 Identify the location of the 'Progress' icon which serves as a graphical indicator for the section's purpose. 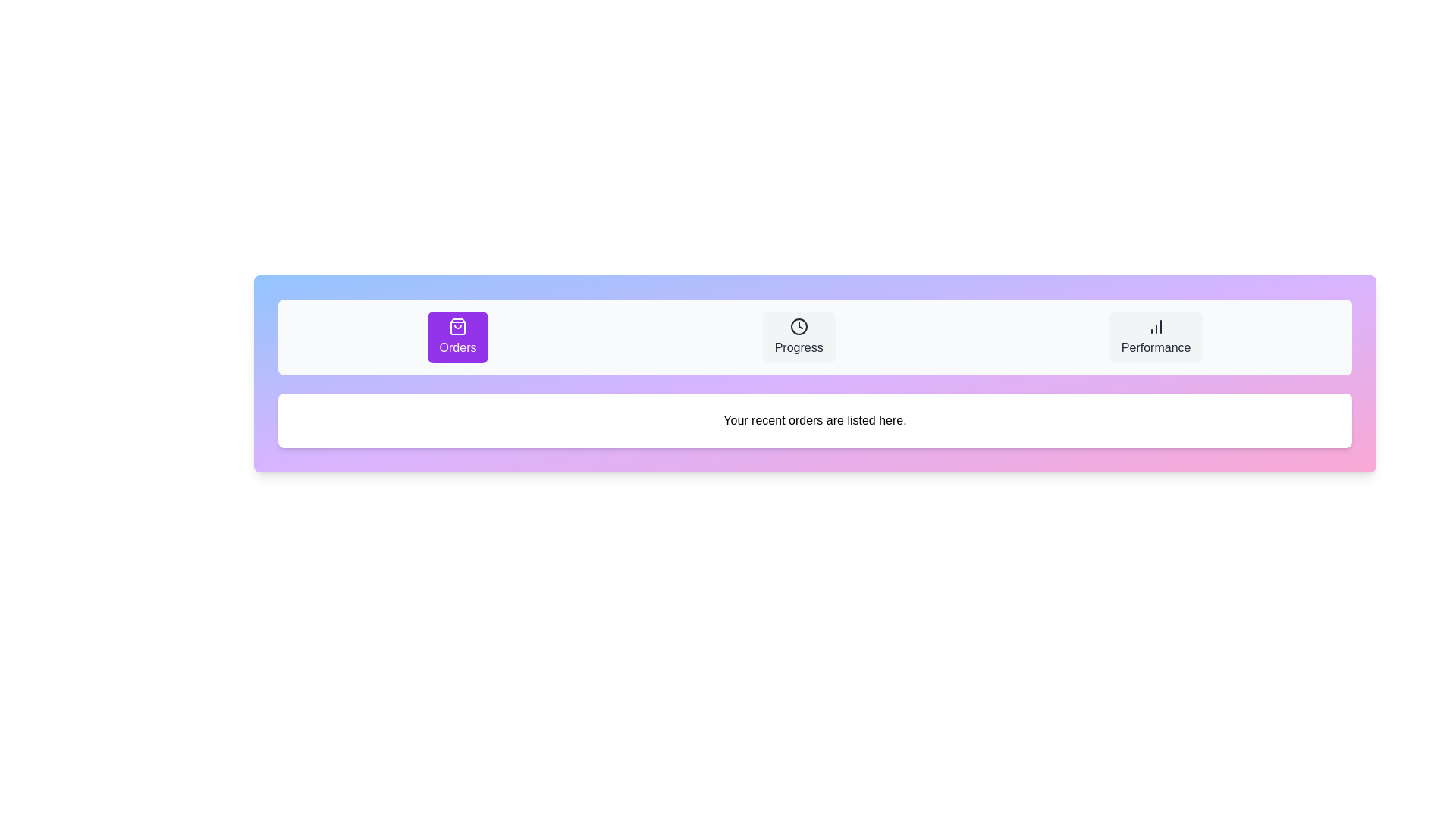
(798, 326).